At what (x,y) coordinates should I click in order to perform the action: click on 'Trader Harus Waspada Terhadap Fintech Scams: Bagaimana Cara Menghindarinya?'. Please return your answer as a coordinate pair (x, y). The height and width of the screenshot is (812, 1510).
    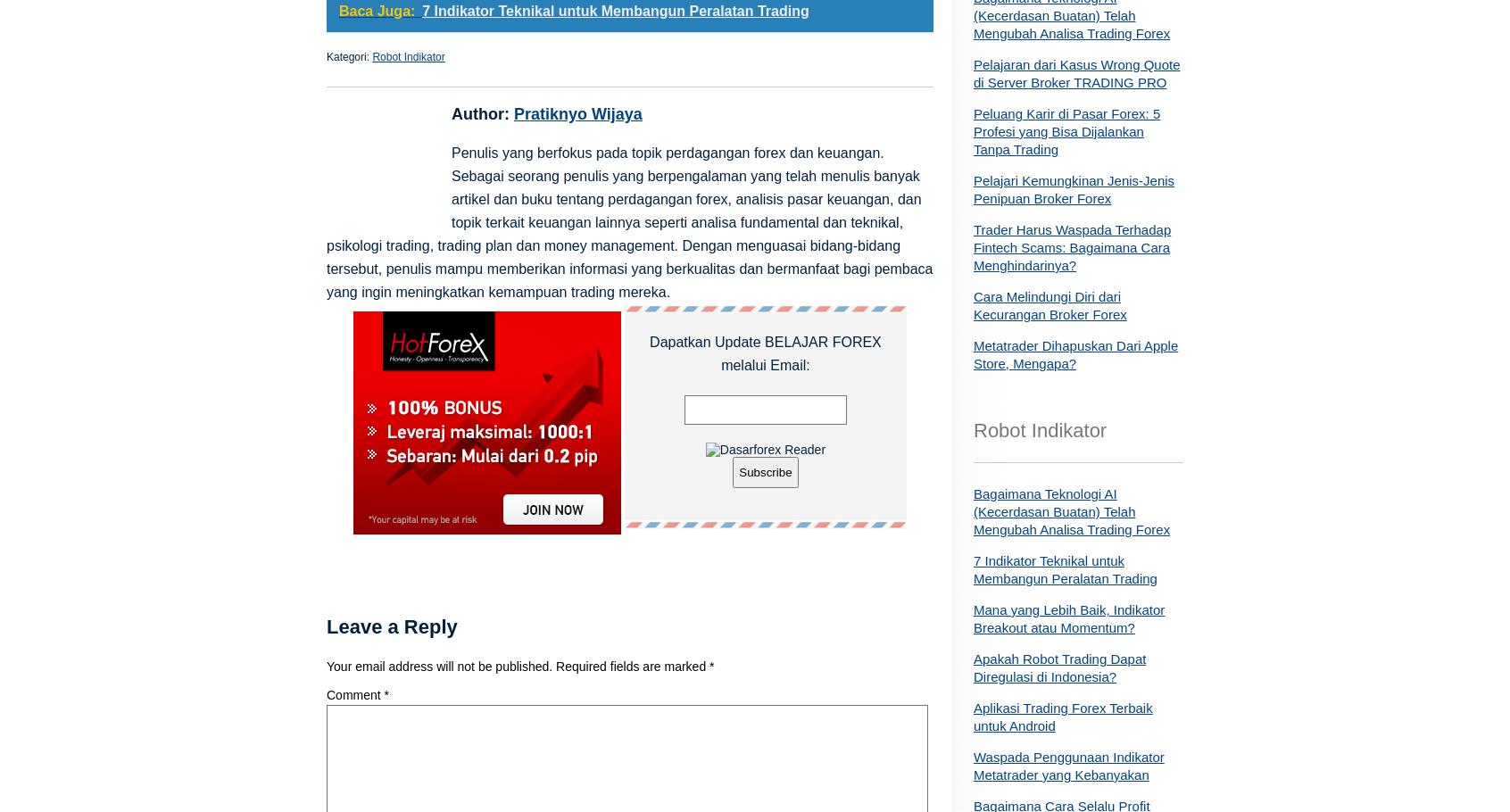
    Looking at the image, I should click on (974, 246).